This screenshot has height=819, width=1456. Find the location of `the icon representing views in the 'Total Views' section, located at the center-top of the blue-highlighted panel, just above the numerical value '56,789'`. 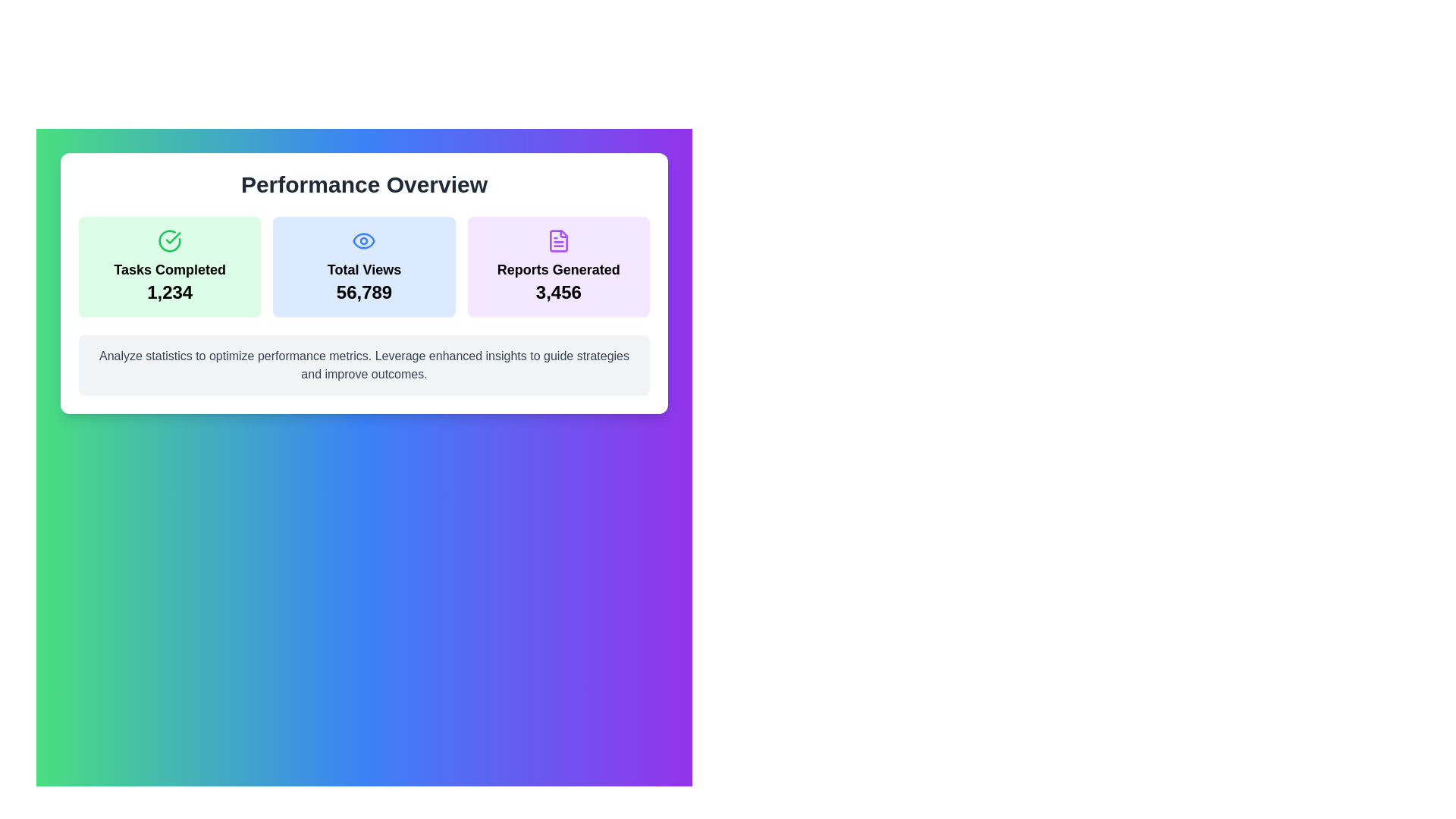

the icon representing views in the 'Total Views' section, located at the center-top of the blue-highlighted panel, just above the numerical value '56,789' is located at coordinates (364, 240).